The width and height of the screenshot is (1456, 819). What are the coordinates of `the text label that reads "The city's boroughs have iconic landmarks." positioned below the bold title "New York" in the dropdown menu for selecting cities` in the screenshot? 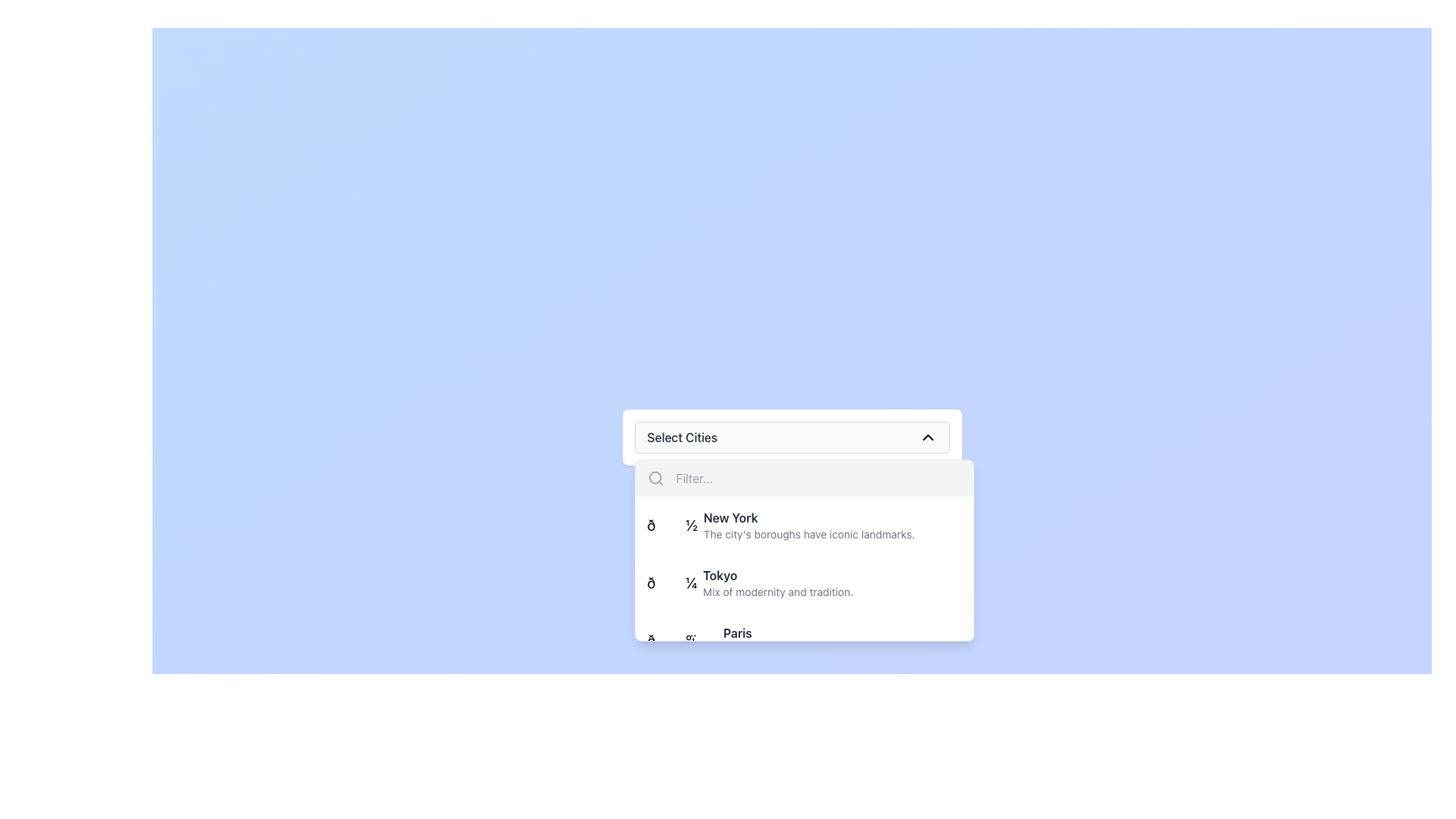 It's located at (808, 534).